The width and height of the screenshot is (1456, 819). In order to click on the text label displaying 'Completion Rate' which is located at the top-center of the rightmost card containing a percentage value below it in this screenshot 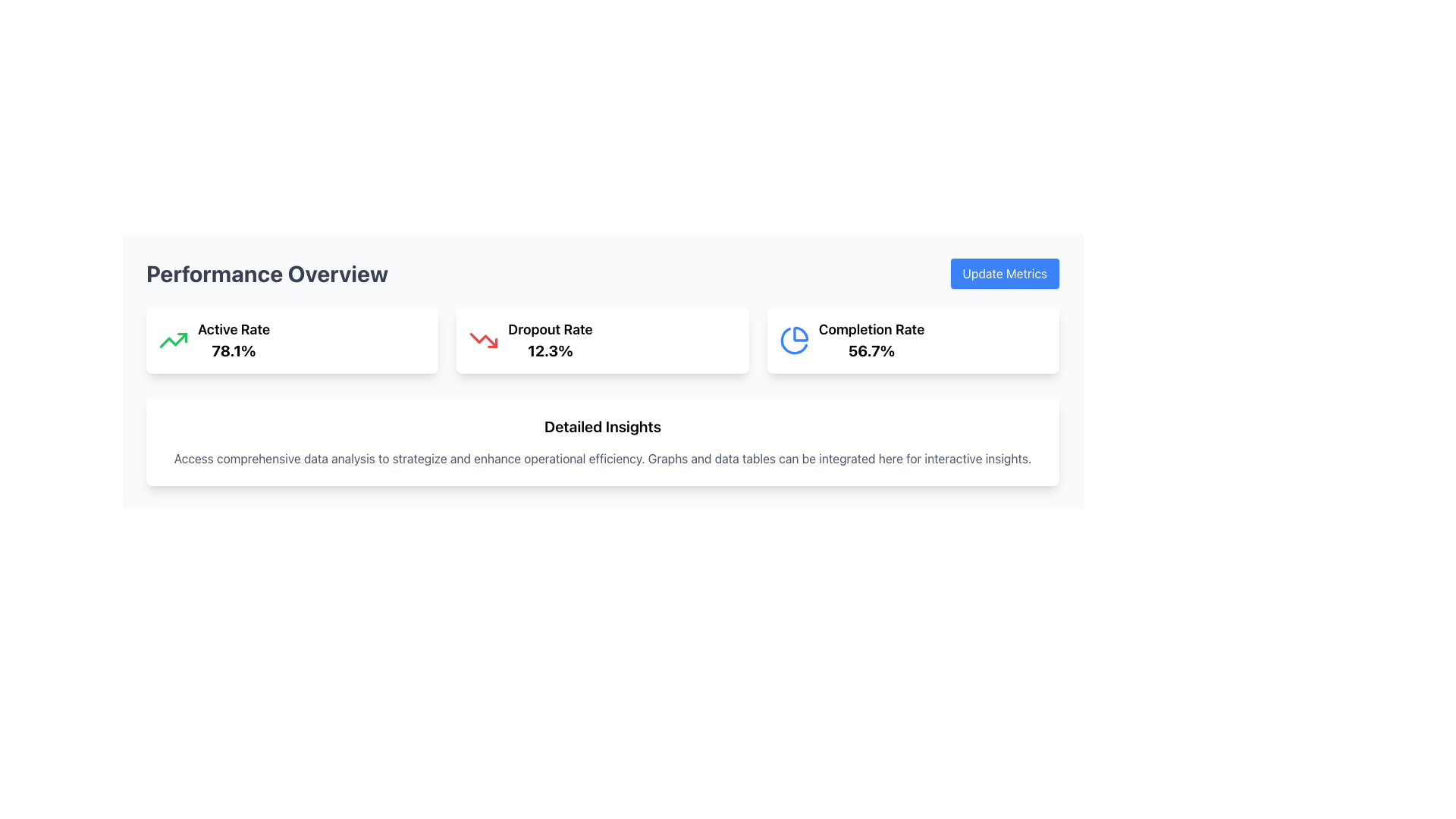, I will do `click(871, 329)`.